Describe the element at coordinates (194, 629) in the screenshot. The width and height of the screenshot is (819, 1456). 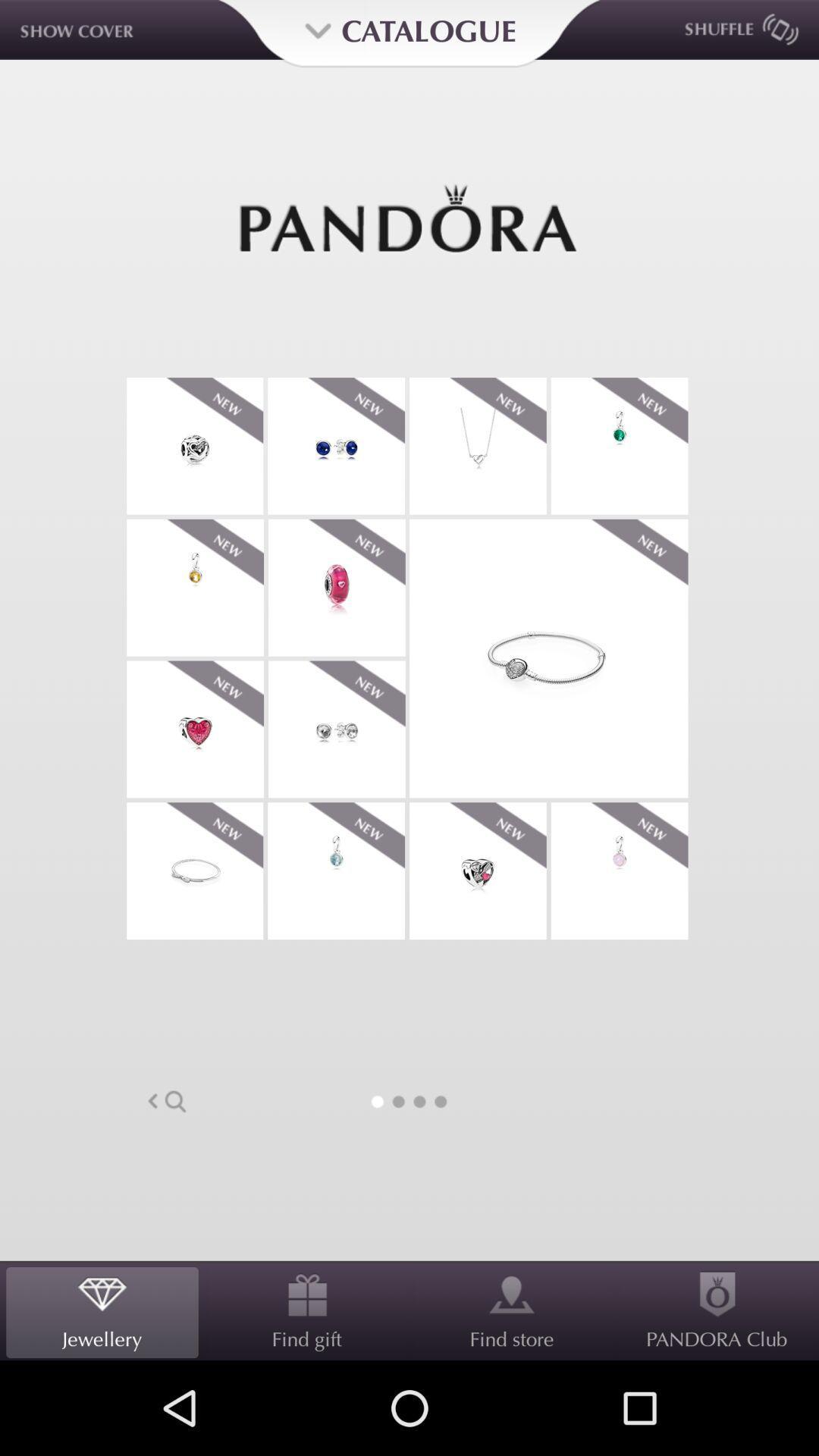
I see `the star icon` at that location.